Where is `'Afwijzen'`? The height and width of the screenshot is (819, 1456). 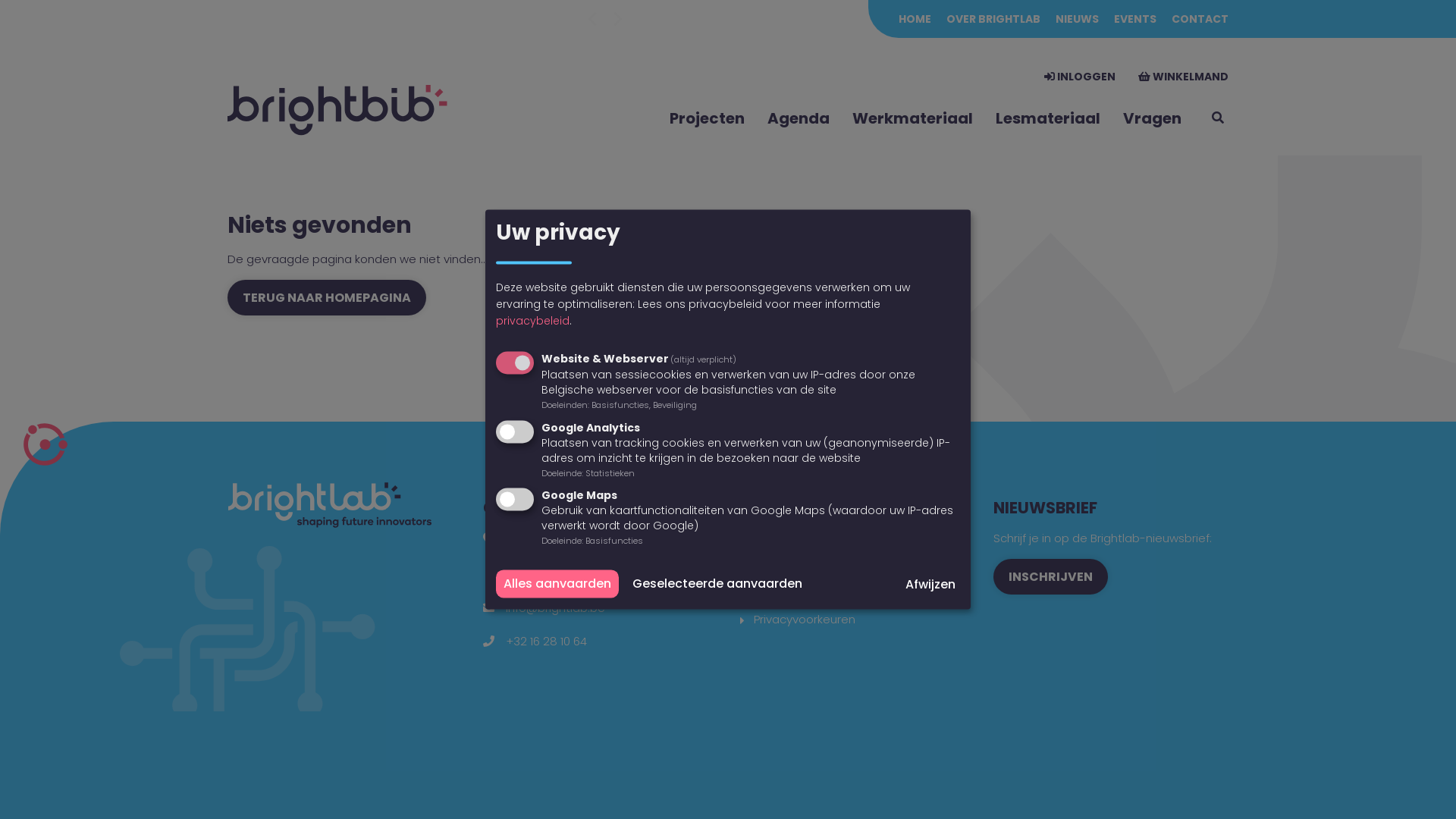
'Afwijzen' is located at coordinates (929, 584).